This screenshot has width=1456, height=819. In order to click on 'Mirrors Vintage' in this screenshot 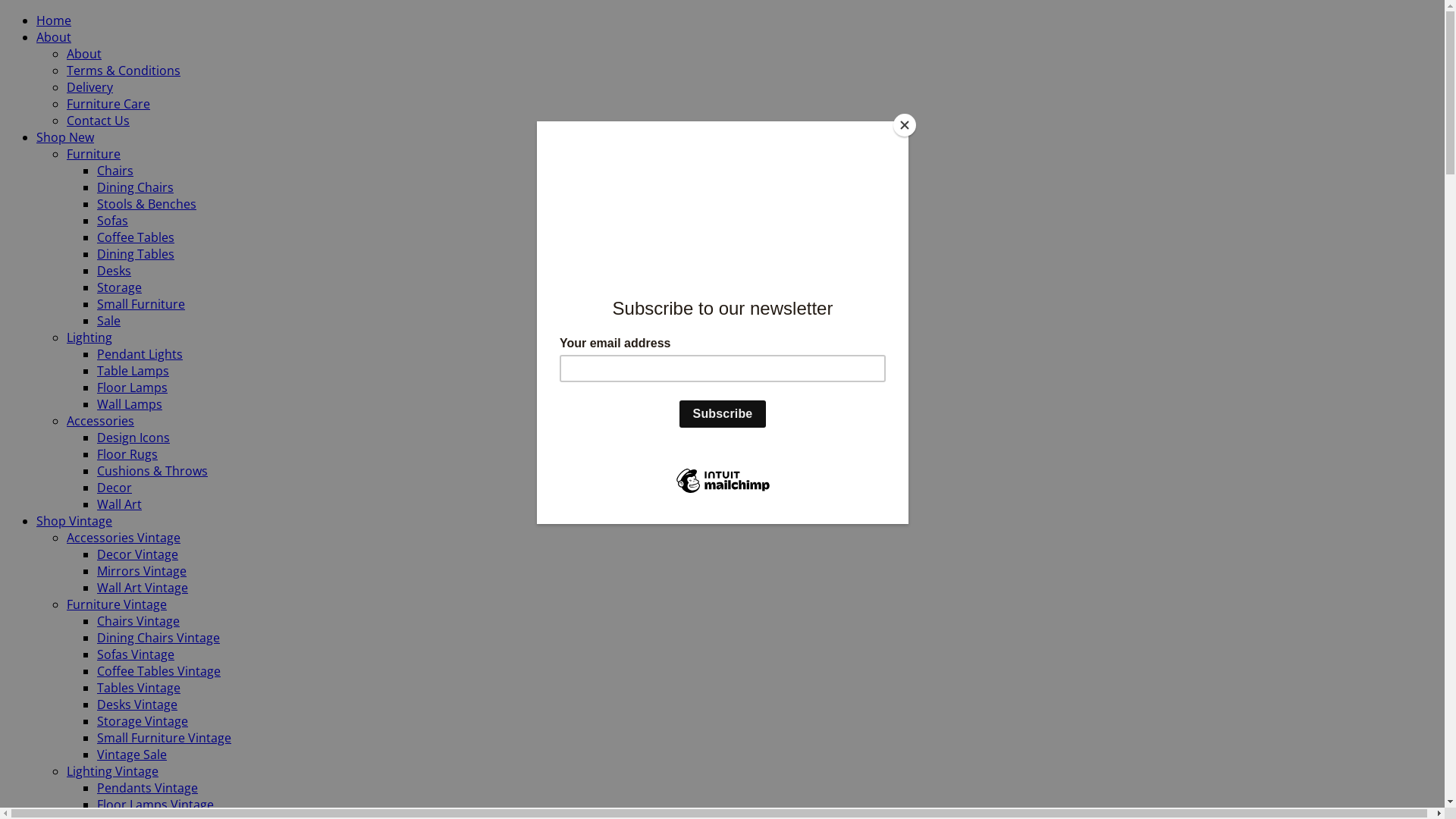, I will do `click(142, 570)`.